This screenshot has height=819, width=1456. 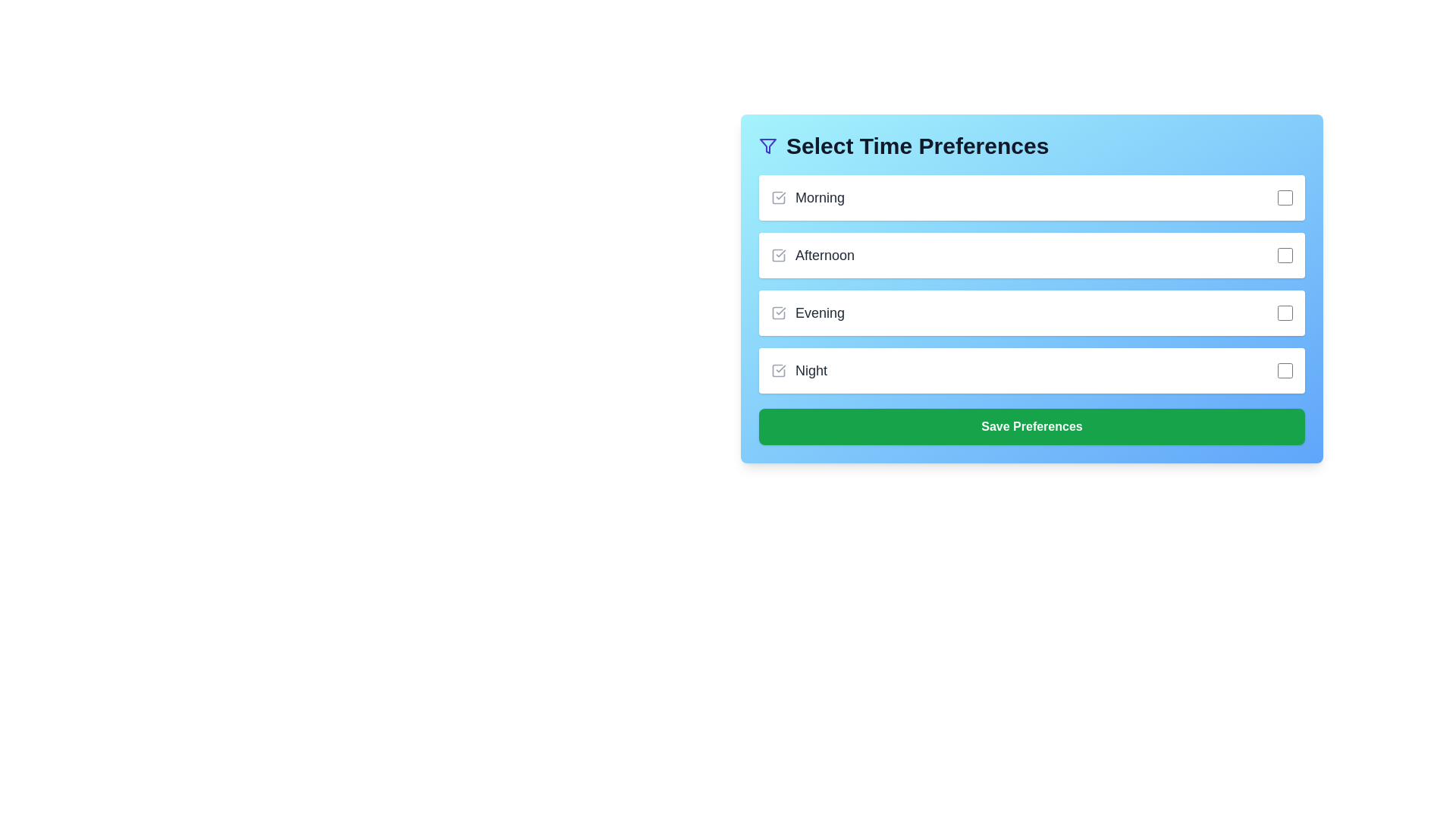 I want to click on the checkbox labeled 'Afternoon', so click(x=1031, y=254).